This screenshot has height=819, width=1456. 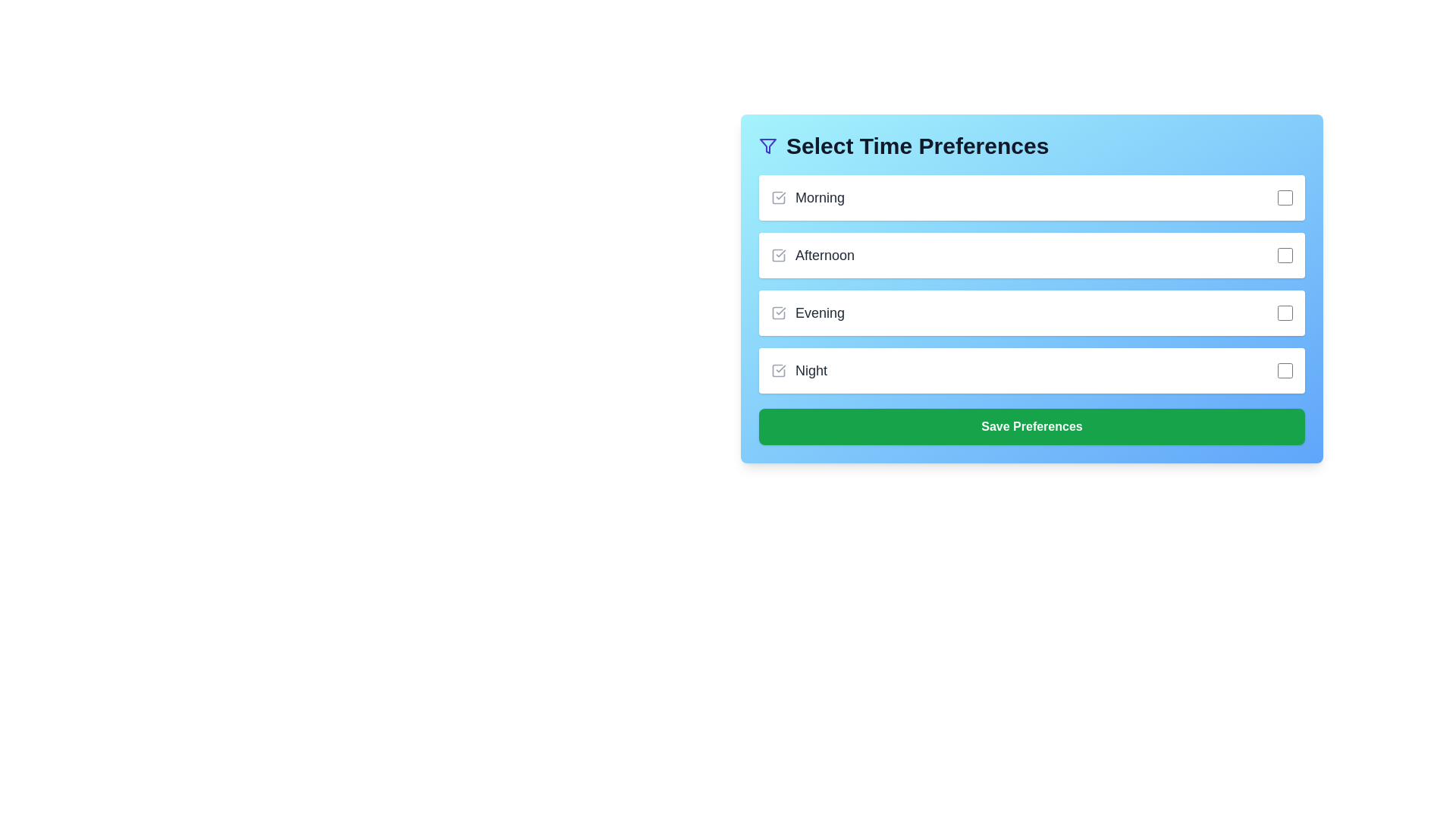 I want to click on the checkbox labeled 'Afternoon', so click(x=1031, y=254).